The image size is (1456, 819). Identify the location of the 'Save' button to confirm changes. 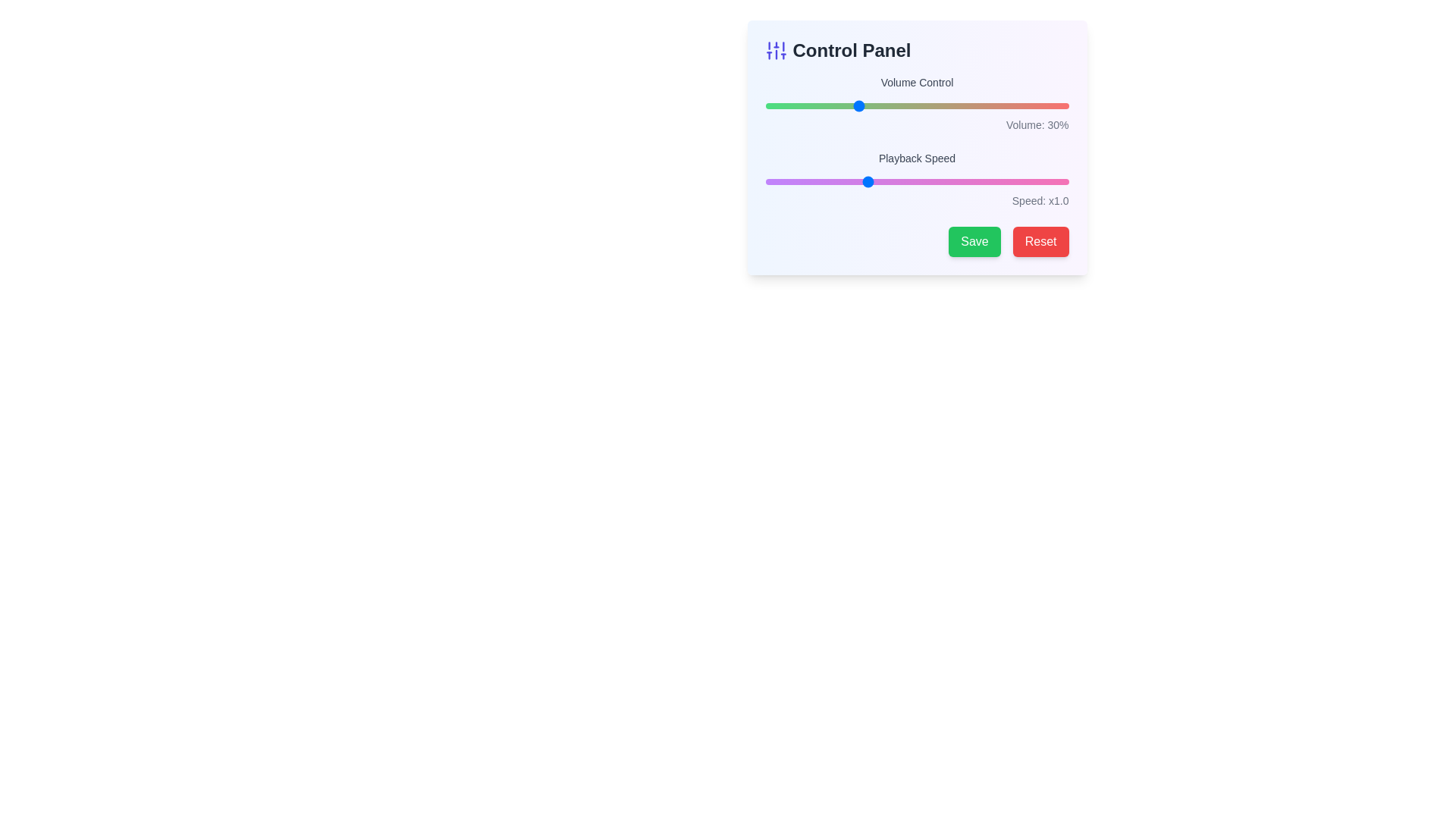
(974, 241).